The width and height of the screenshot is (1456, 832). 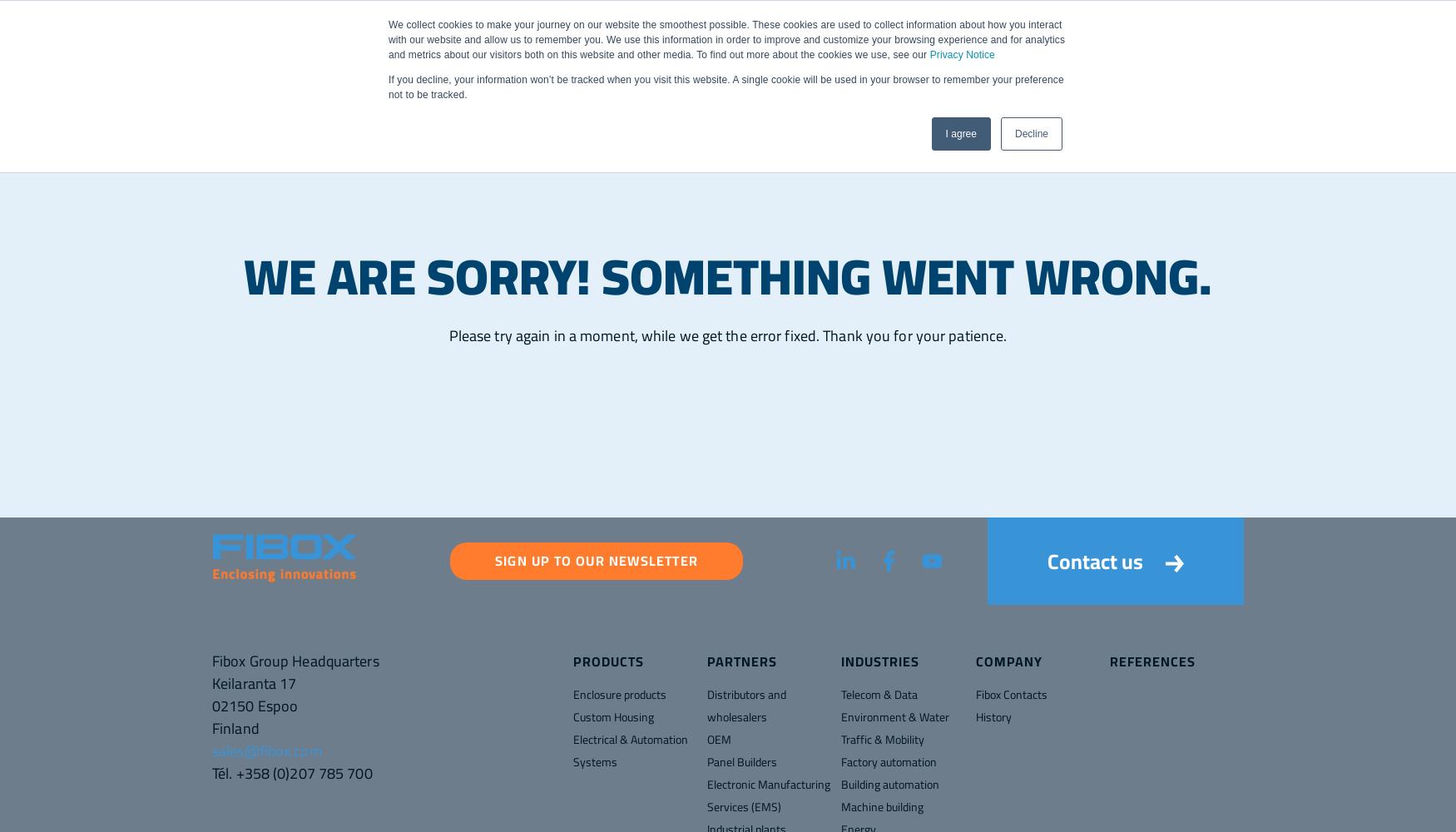 I want to click on 'We are sorry! Something went wrong.', so click(x=728, y=275).